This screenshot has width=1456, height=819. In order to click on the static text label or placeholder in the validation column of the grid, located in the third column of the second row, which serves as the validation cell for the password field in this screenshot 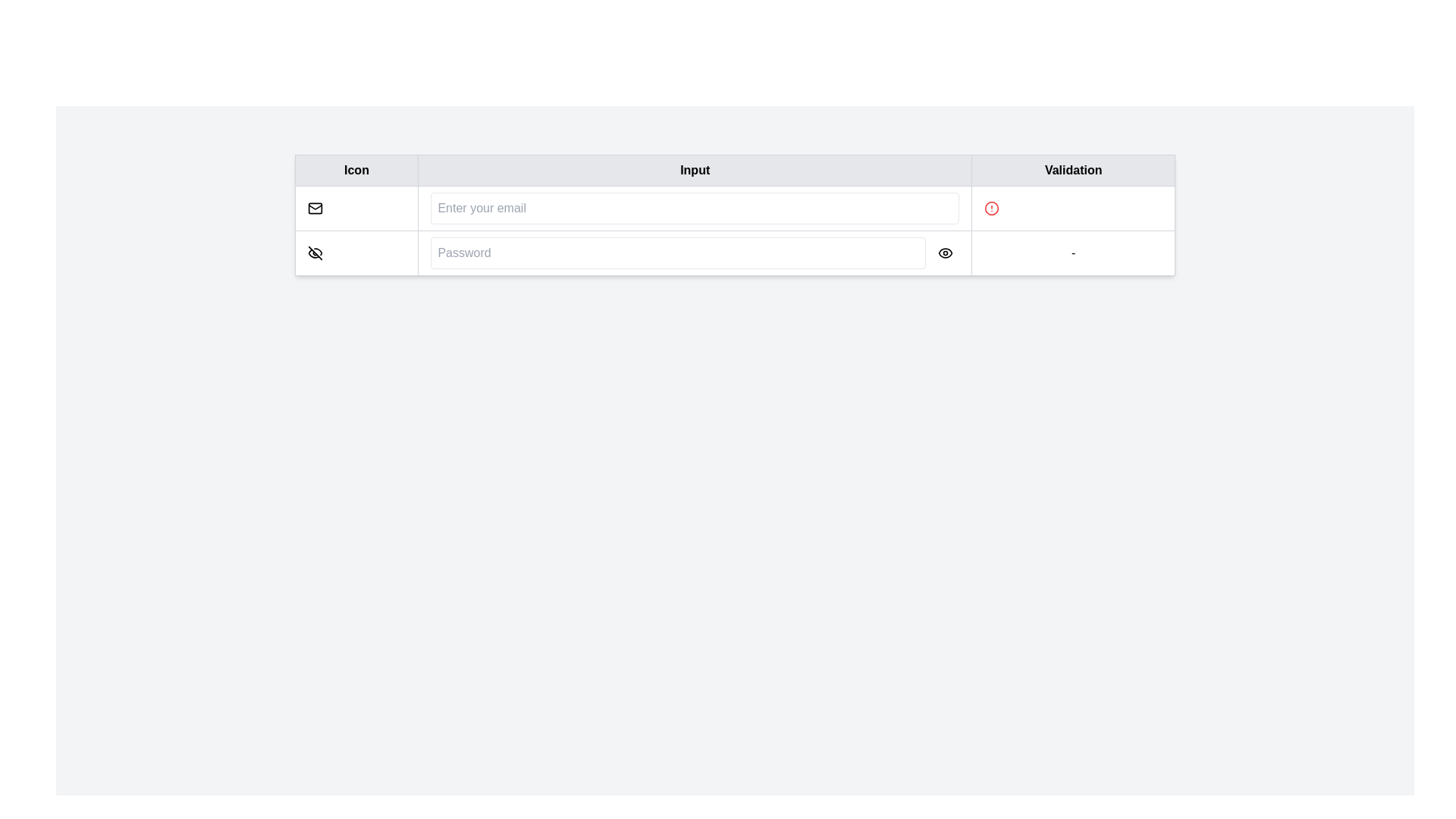, I will do `click(1072, 253)`.